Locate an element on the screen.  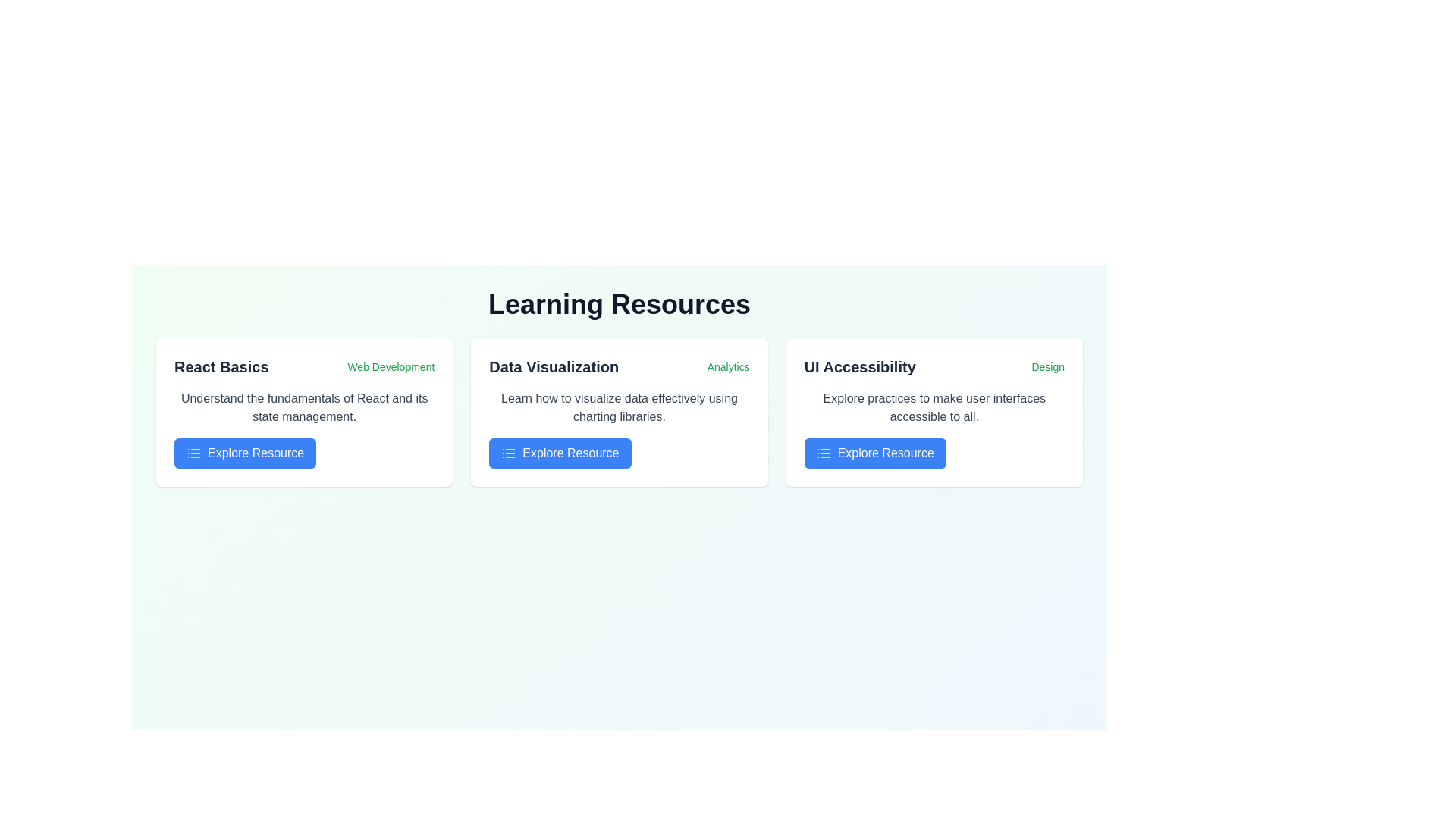
the Text Label that displays the title of the resource topic, located under the header 'Learning Resources' and above the subtitle 'Web Development' is located at coordinates (221, 366).